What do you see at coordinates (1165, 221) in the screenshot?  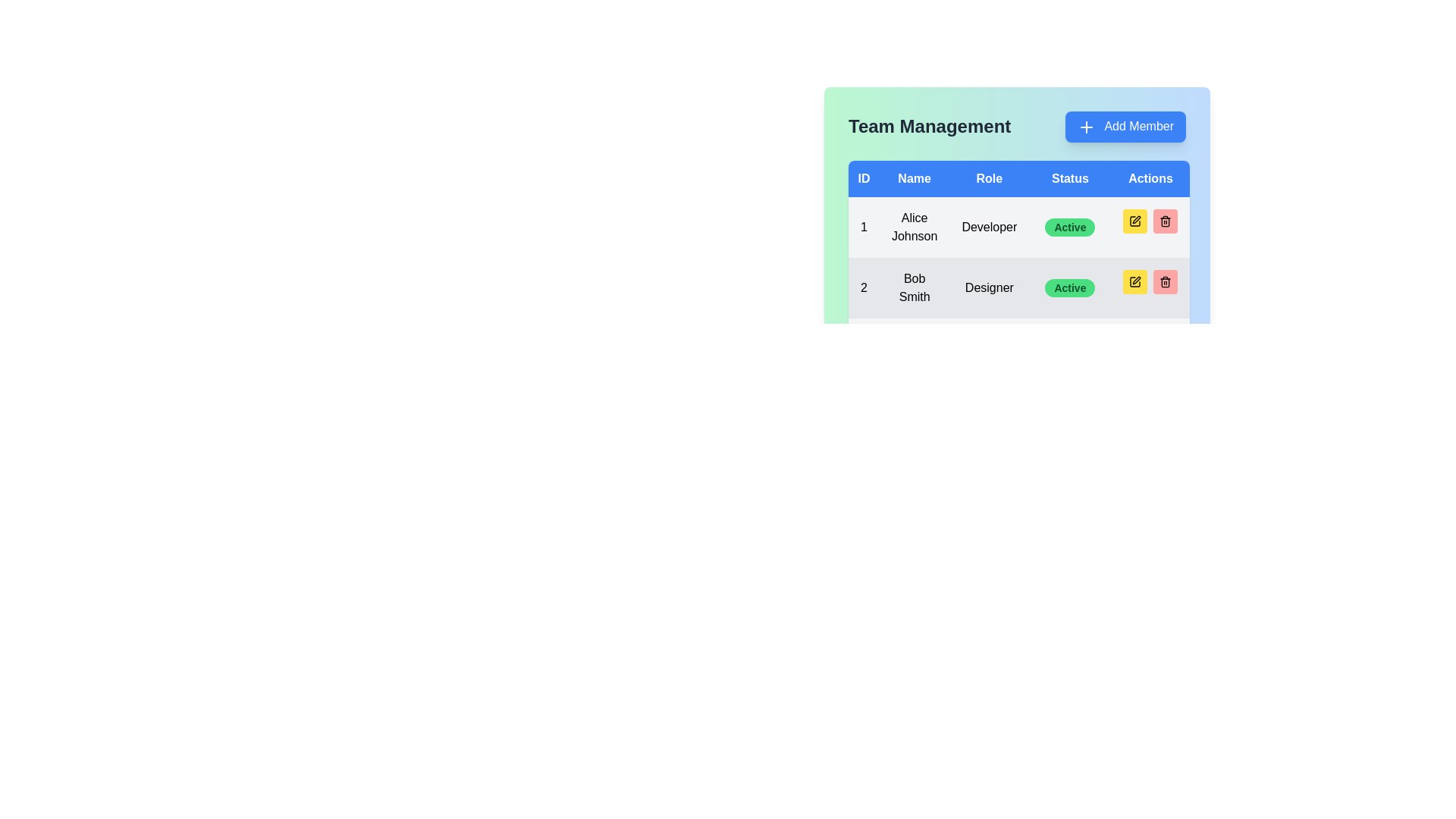 I see `the pink delete button with a trash bin icon located in the 'Actions' column of the second row of the table` at bounding box center [1165, 221].